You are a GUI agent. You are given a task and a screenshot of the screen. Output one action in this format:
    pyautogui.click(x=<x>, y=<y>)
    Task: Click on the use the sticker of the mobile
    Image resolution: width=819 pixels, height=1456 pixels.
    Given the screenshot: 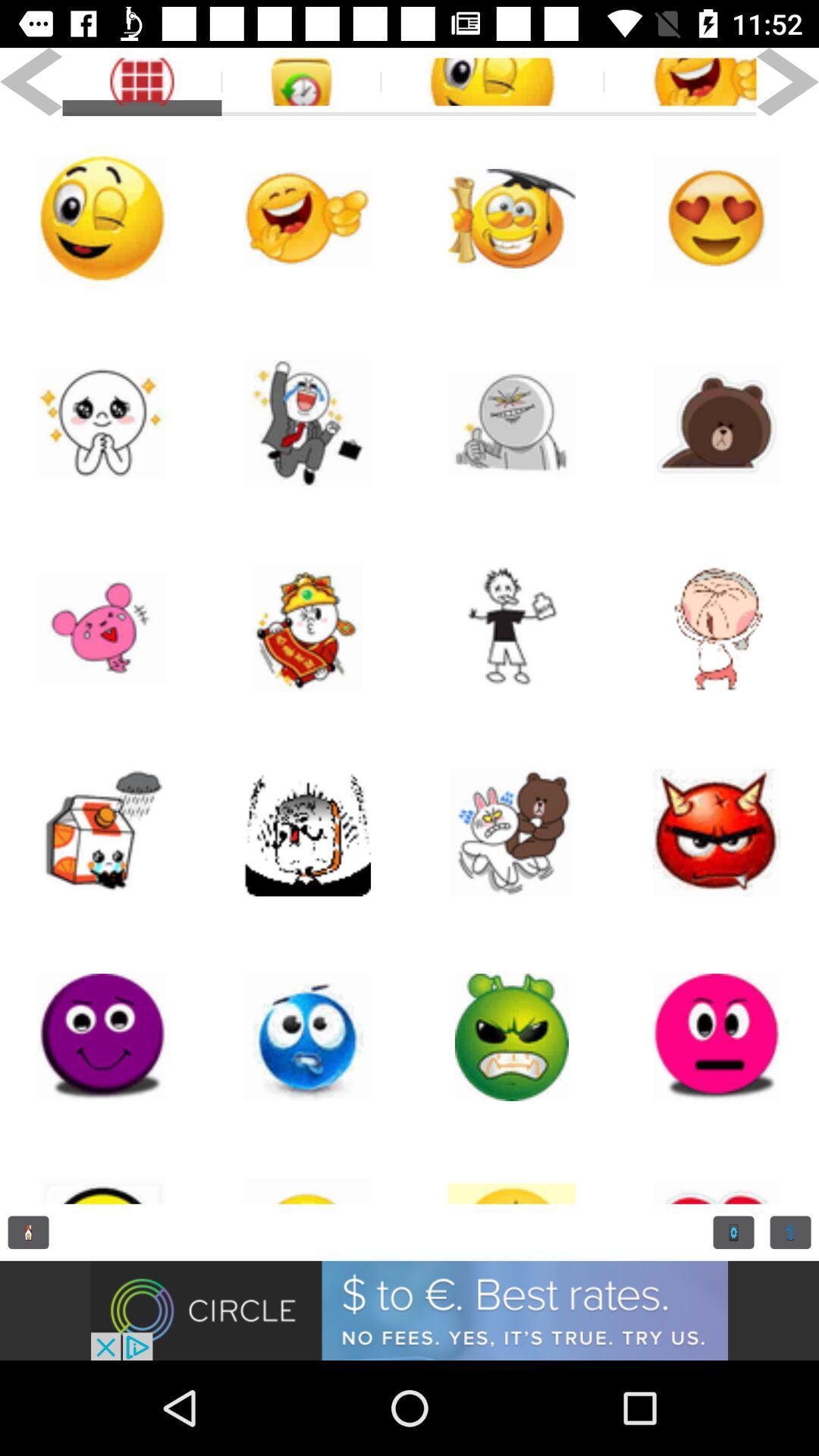 What is the action you would take?
    pyautogui.click(x=102, y=832)
    